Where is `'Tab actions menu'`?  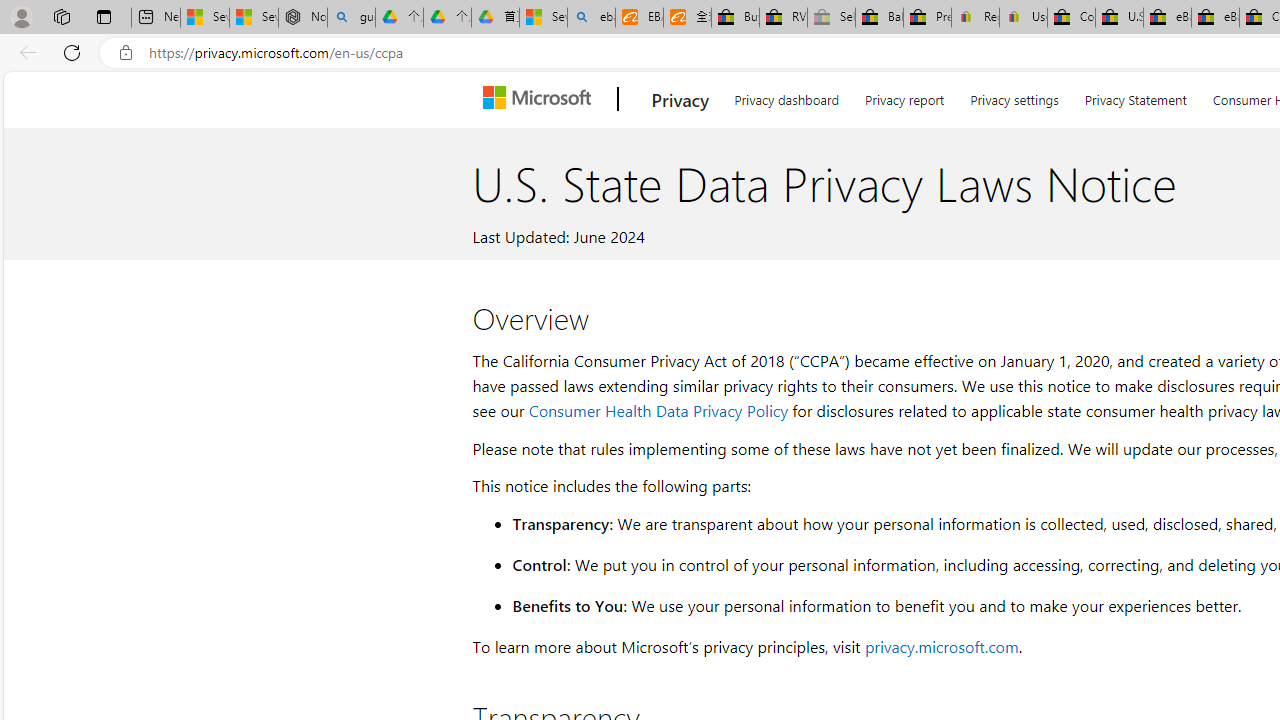
'Tab actions menu' is located at coordinates (103, 16).